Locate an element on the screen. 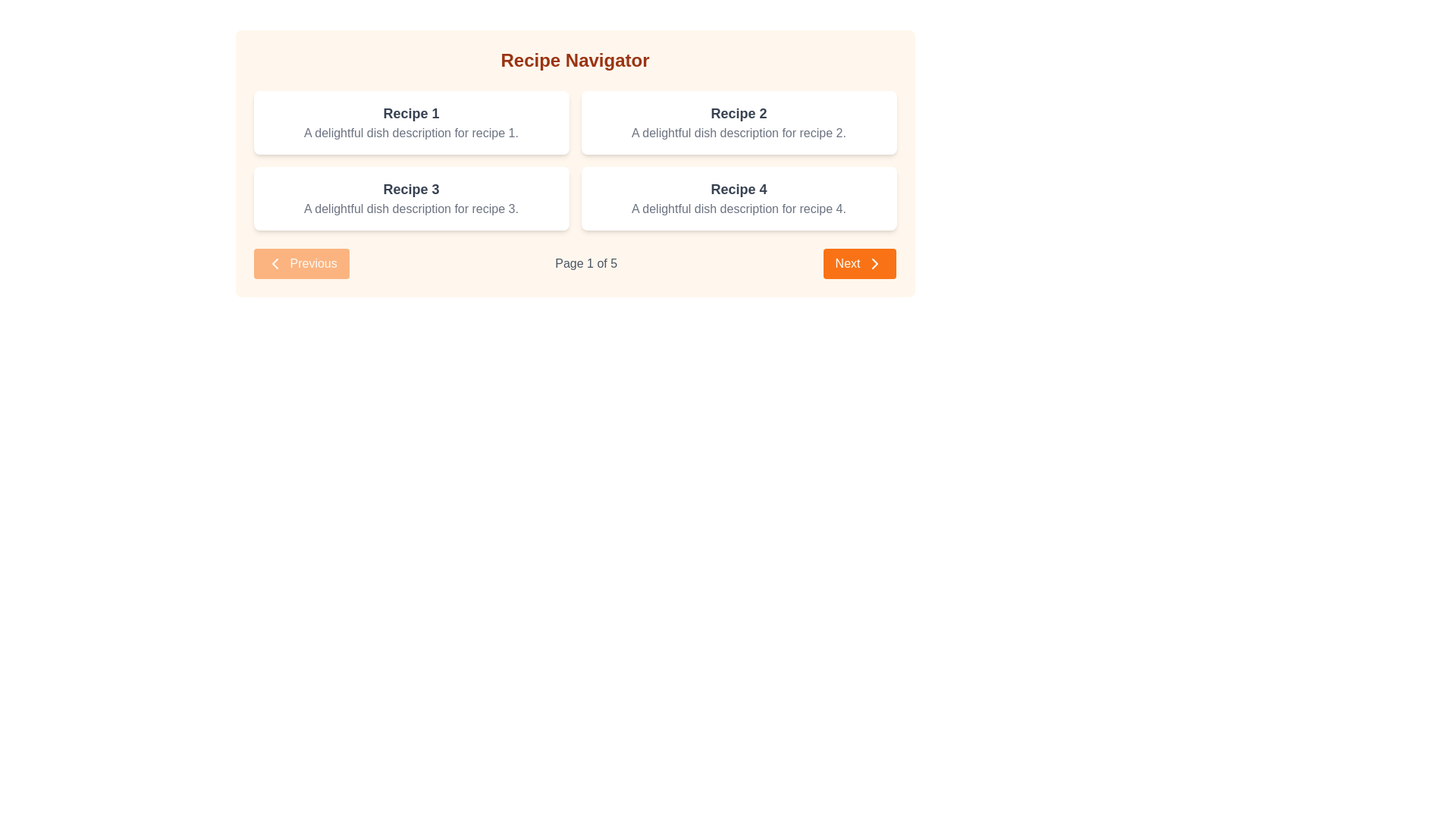  the text label displaying the title 'Recipe 4' in bold and large gray font, located in the bottom-right white rectangular card in a grid layout is located at coordinates (739, 189).